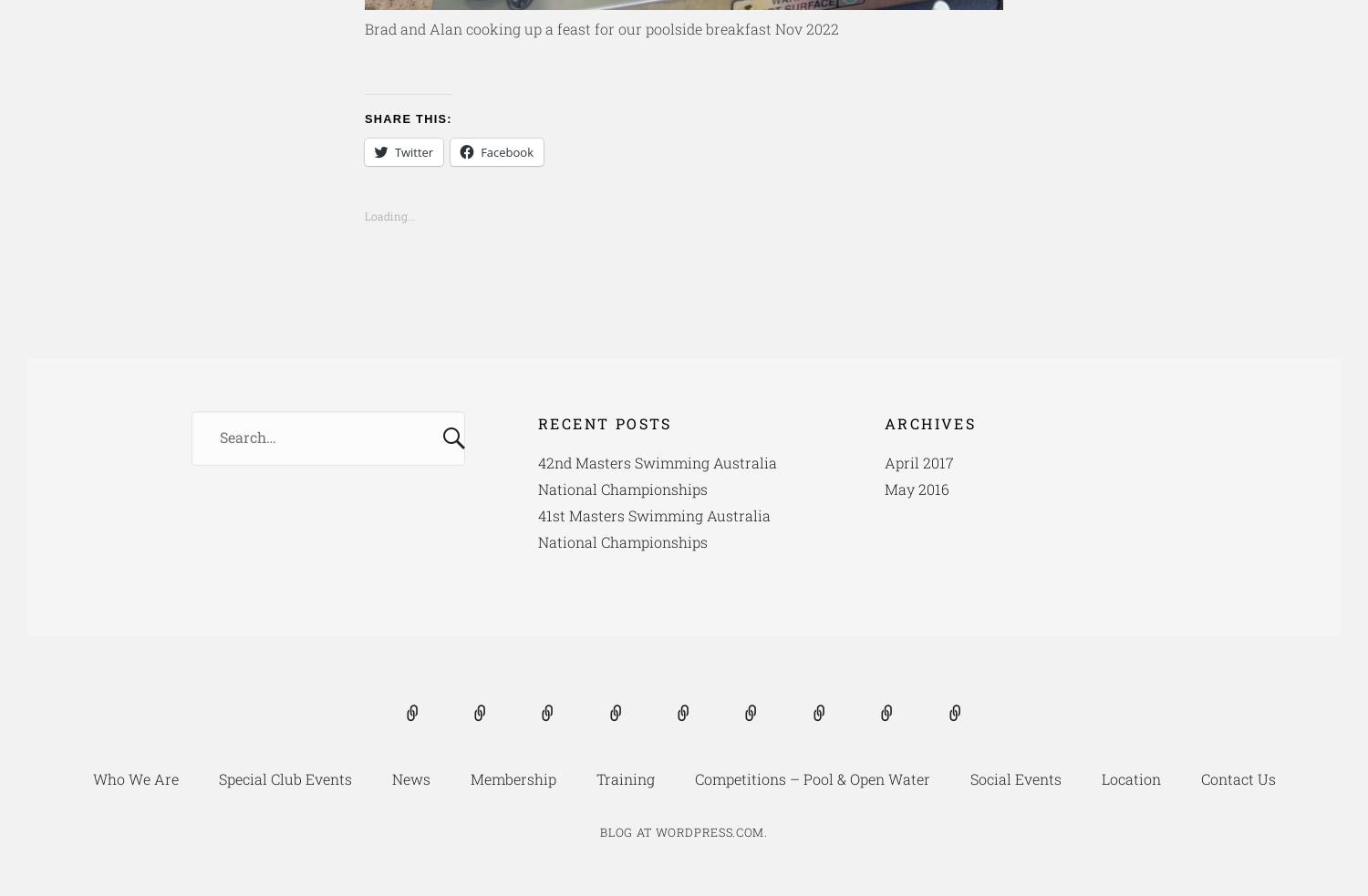 Image resolution: width=1368 pixels, height=896 pixels. Describe the element at coordinates (657, 475) in the screenshot. I see `'42nd Masters Swimming Australia National Championships'` at that location.